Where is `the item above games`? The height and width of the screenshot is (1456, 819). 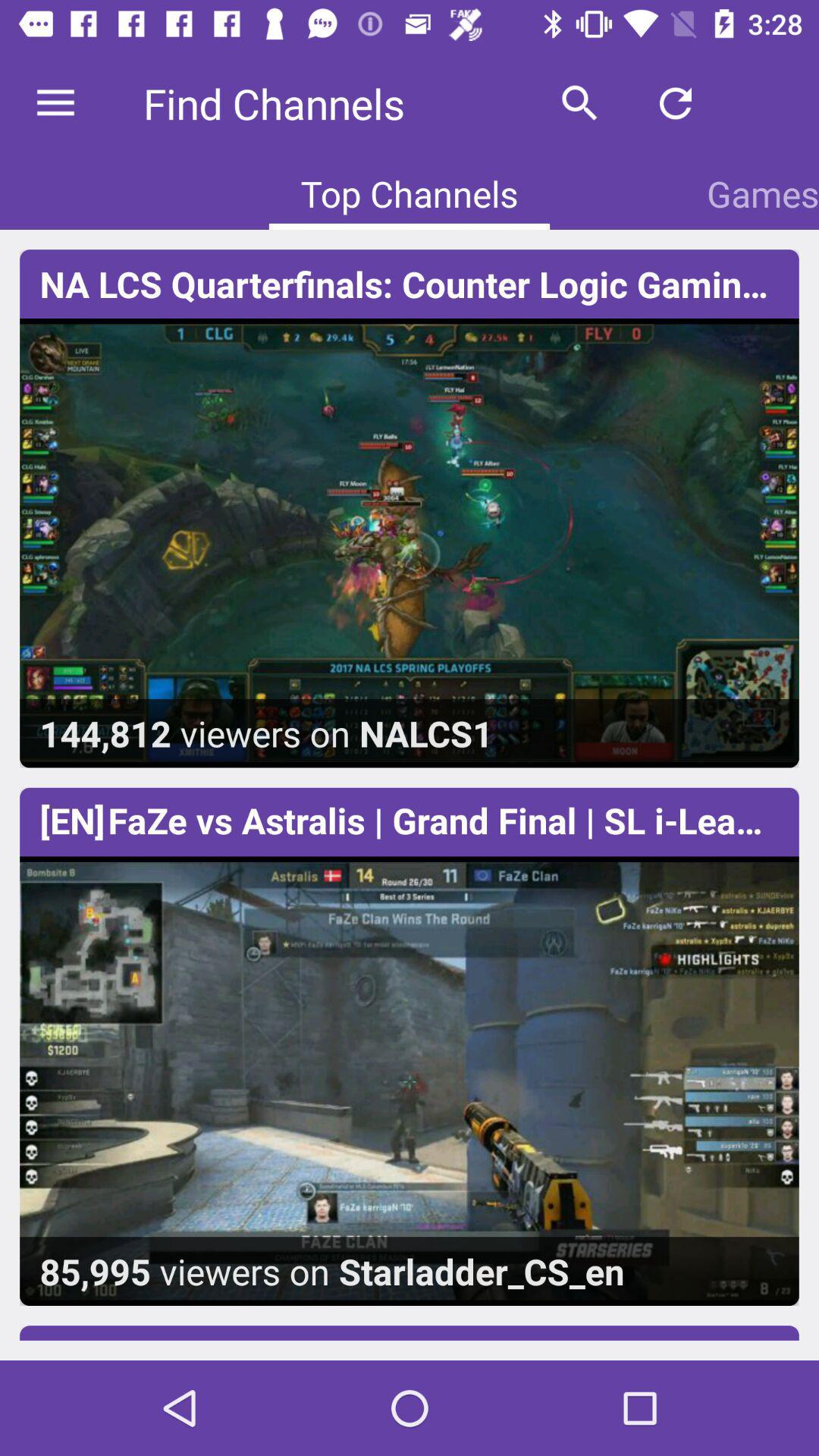
the item above games is located at coordinates (675, 102).